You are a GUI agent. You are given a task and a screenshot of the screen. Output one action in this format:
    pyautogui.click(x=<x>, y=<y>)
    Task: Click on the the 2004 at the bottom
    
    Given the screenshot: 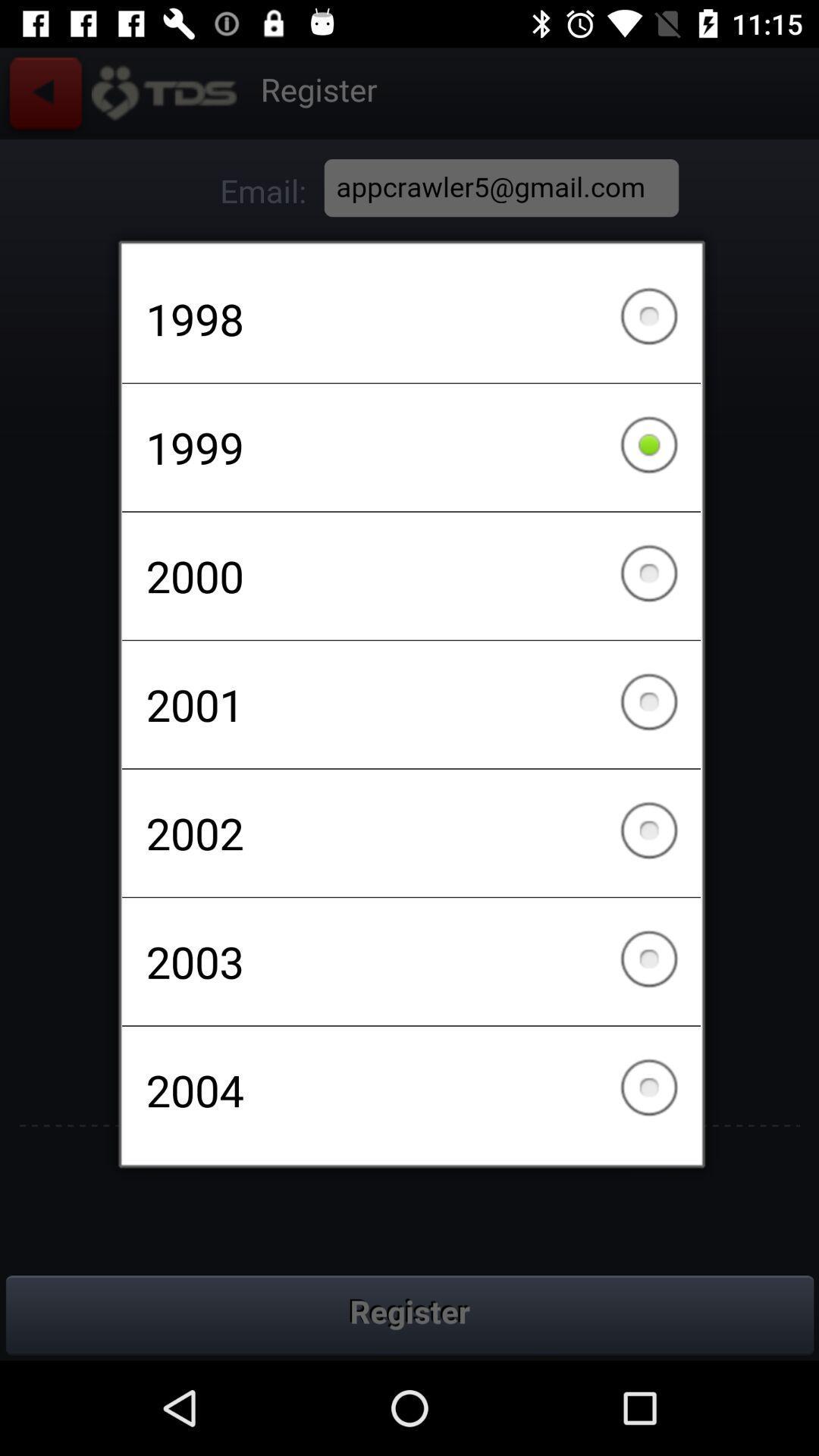 What is the action you would take?
    pyautogui.click(x=411, y=1089)
    